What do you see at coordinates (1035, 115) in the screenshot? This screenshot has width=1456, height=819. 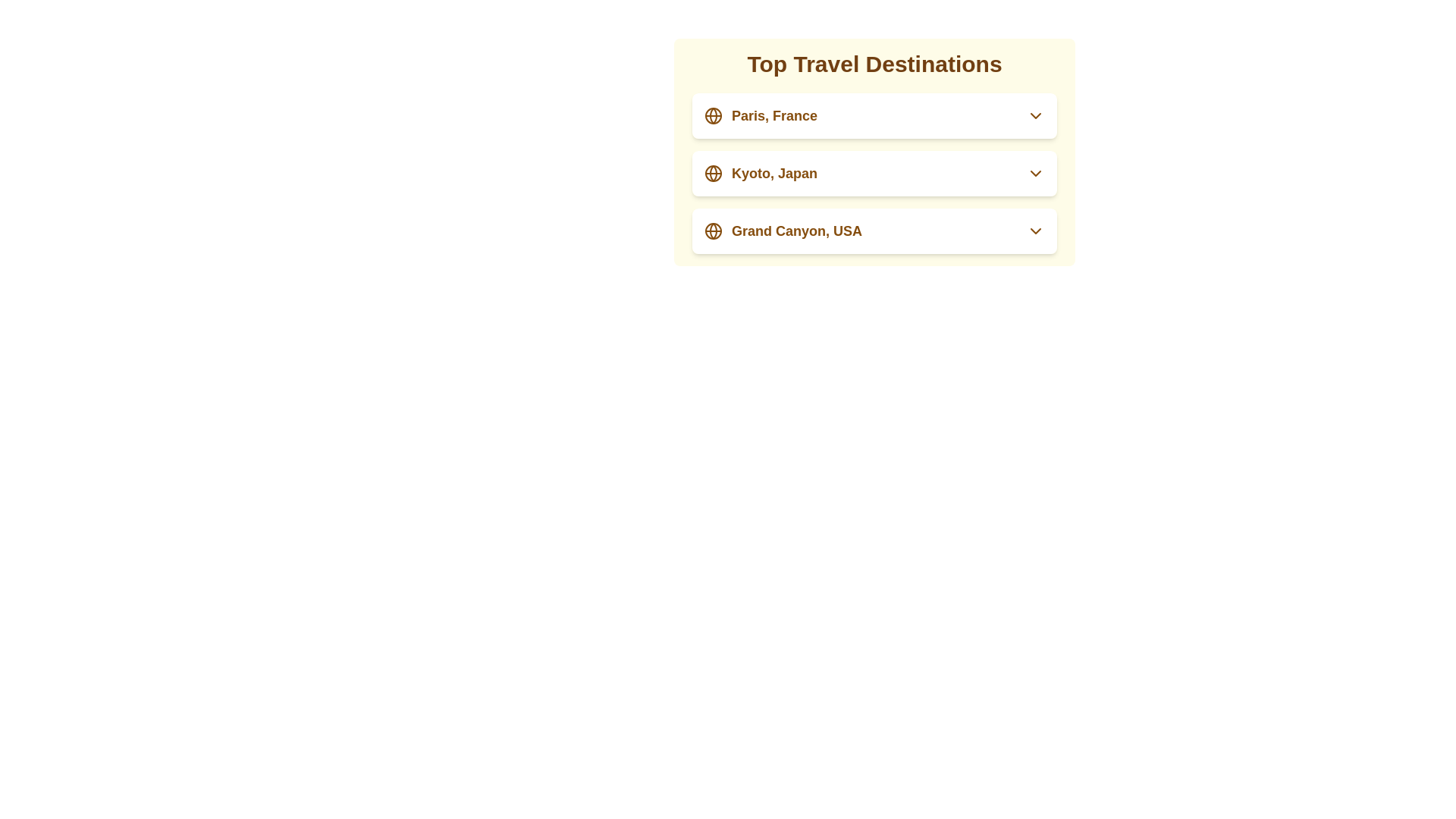 I see `the downward-pointing brown chevron icon located at the far-right side of the 'Paris, France' selection button` at bounding box center [1035, 115].